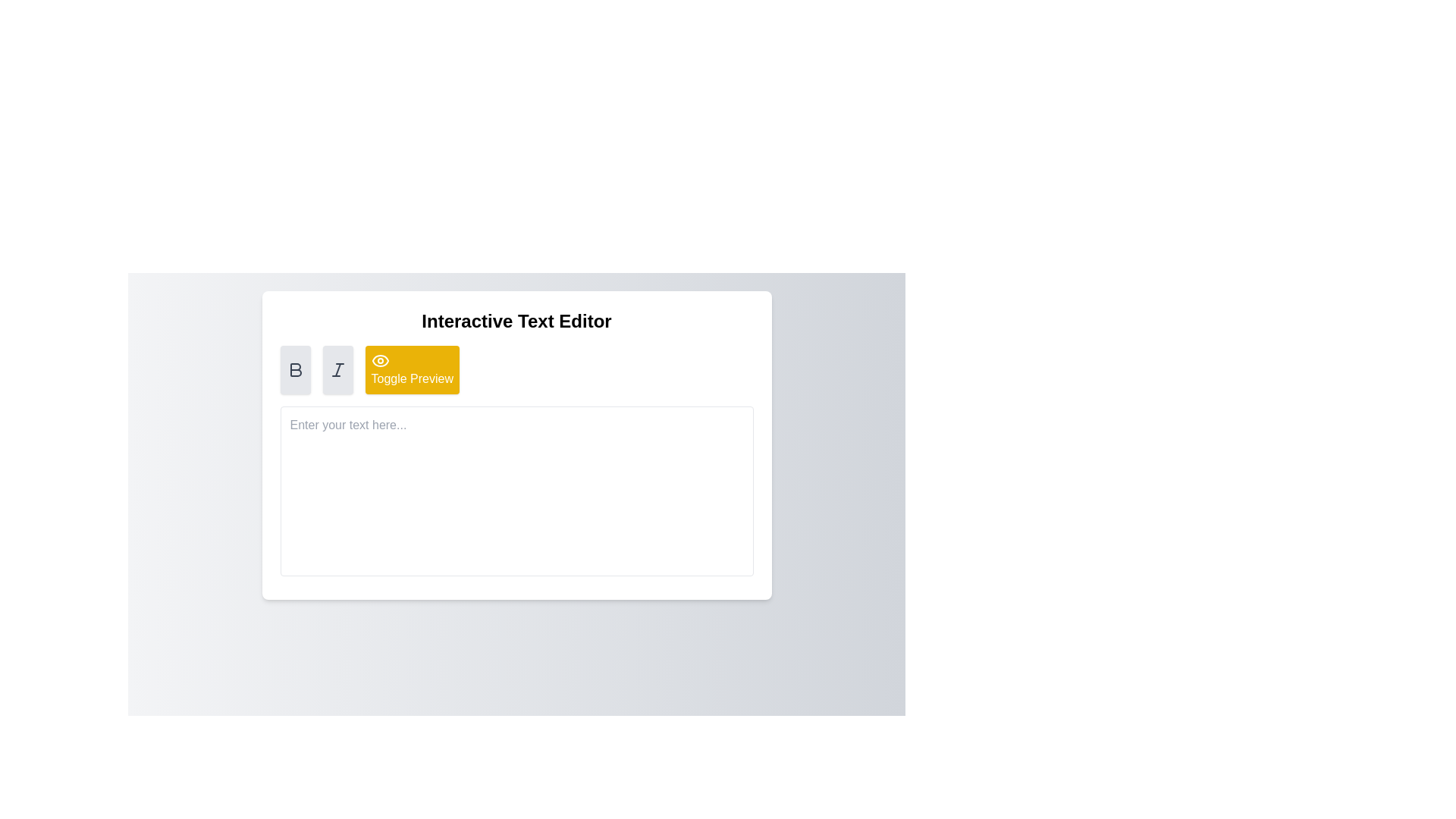  I want to click on the first button in the horizontal sequence below 'Interactive Text Editor' to apply bold formatting to the selected text, so click(295, 370).